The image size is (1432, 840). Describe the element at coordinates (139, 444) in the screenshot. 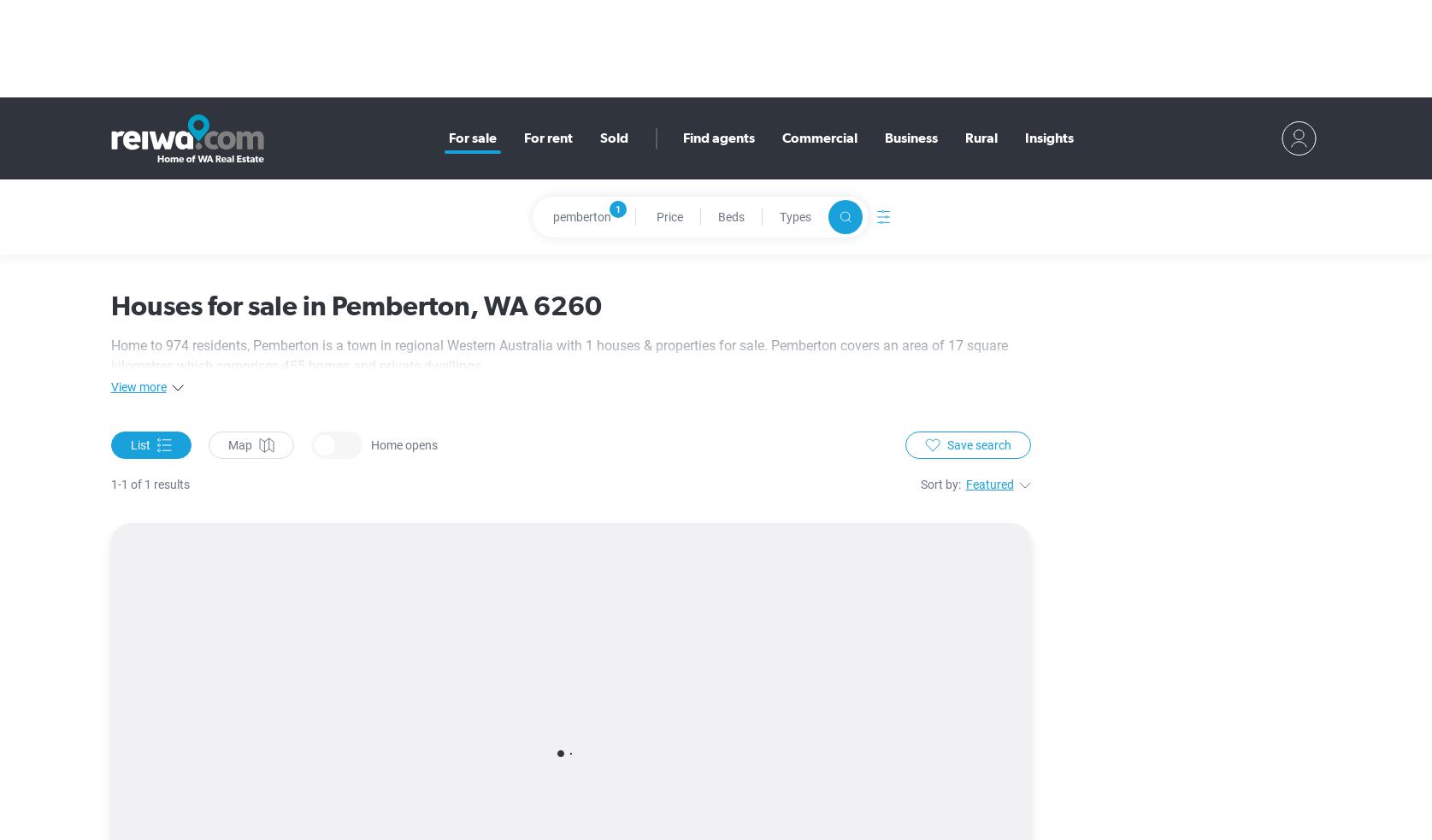

I see `'List'` at that location.